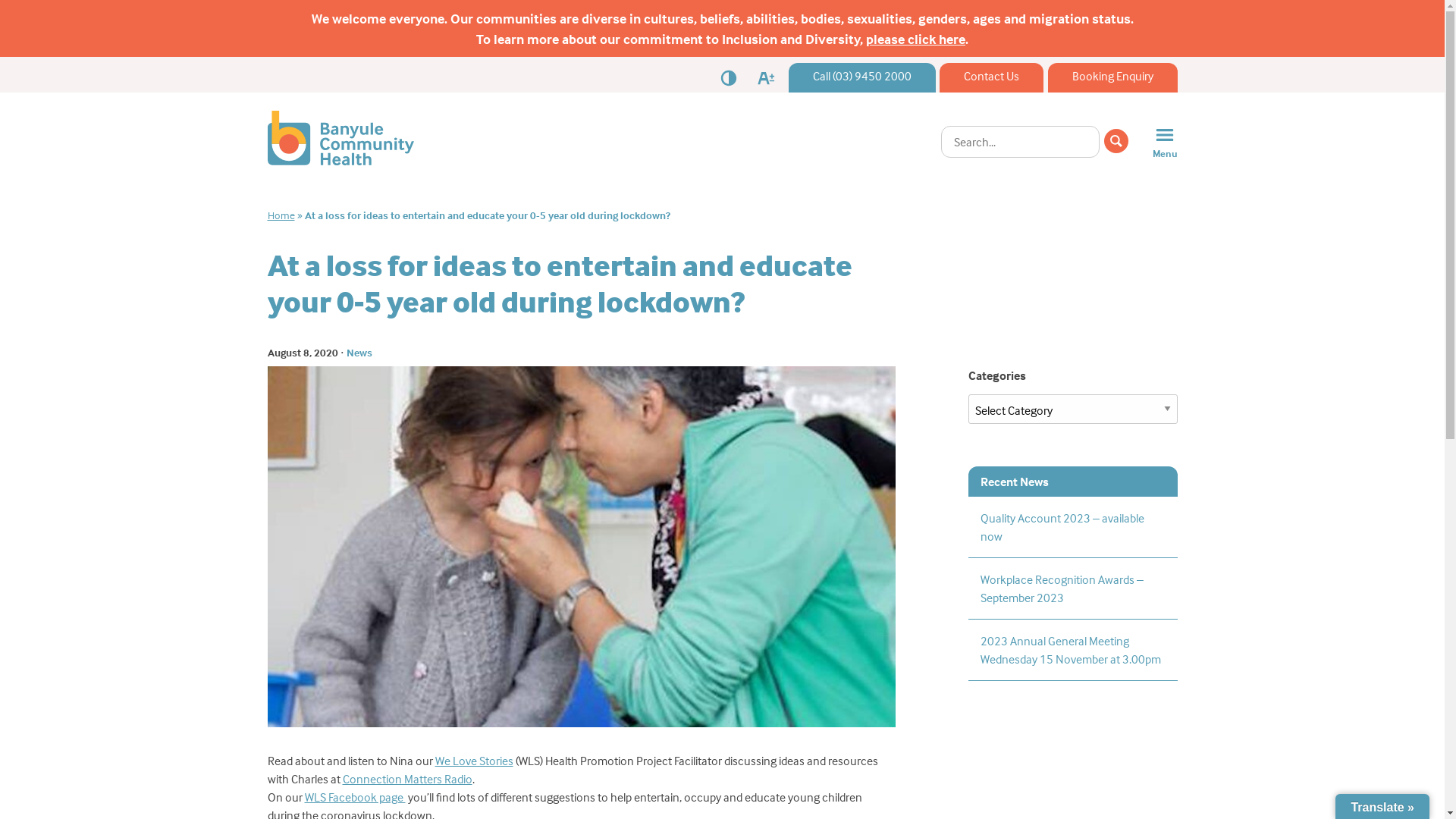 Image resolution: width=1456 pixels, height=819 pixels. Describe the element at coordinates (765, 76) in the screenshot. I see `'Font Size'` at that location.